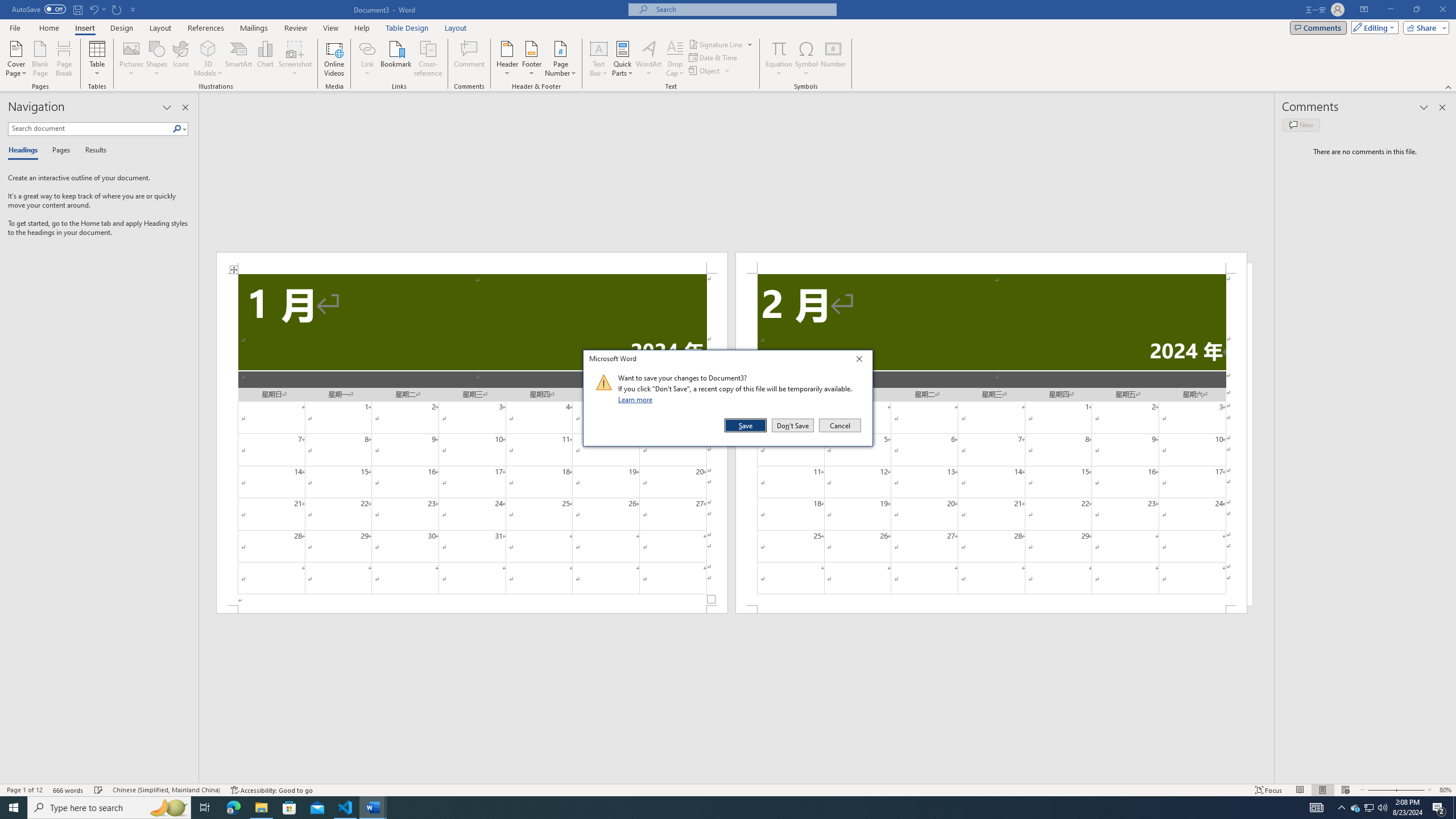 This screenshot has height=819, width=1456. What do you see at coordinates (991, 609) in the screenshot?
I see `'Footer -Section 2-'` at bounding box center [991, 609].